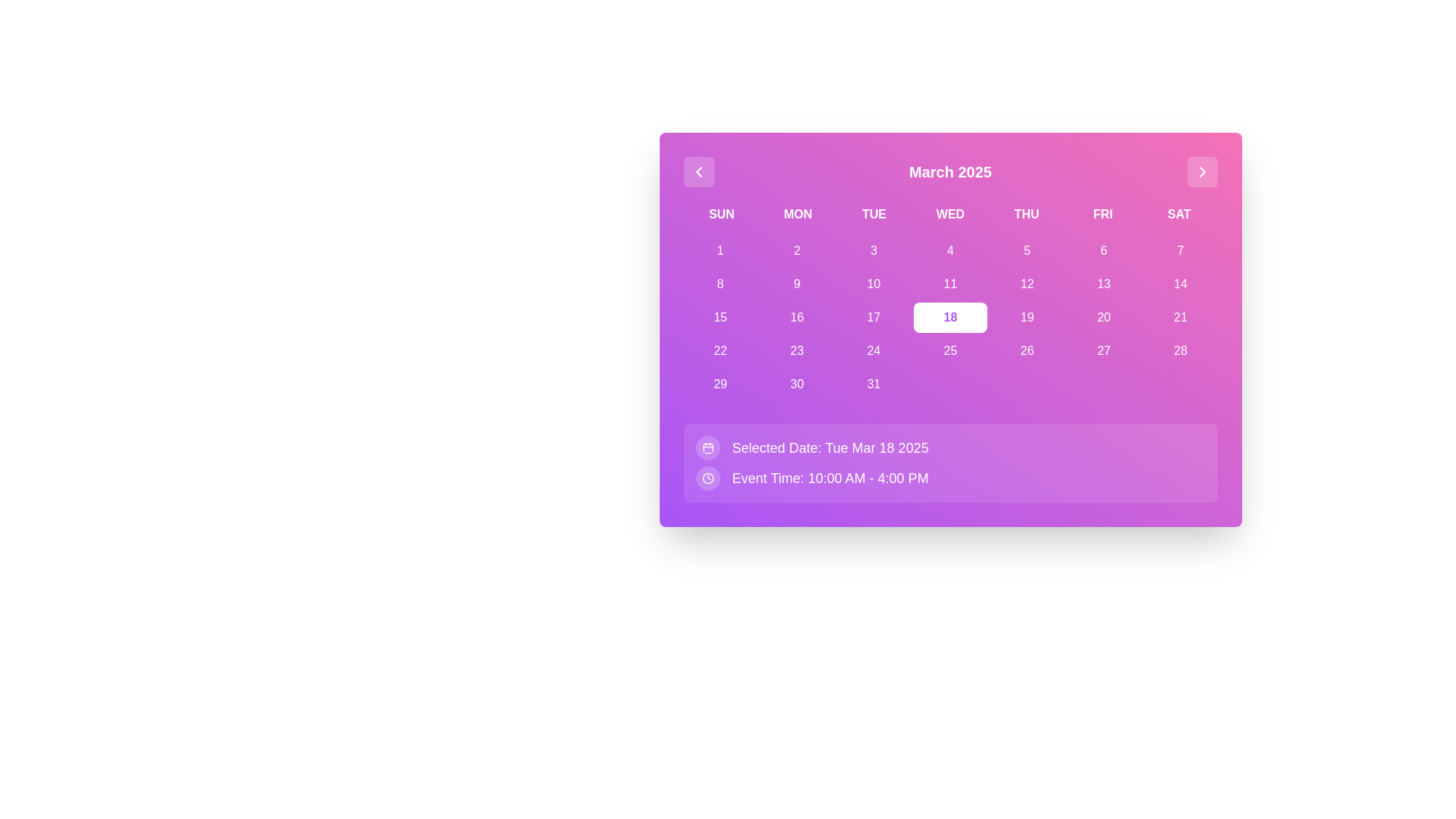 Image resolution: width=1456 pixels, height=819 pixels. Describe the element at coordinates (949, 317) in the screenshot. I see `the white rectangular button with rounded corners displaying the number '18', located in the third row and fourth column of the calendar grid for March 2025` at that location.